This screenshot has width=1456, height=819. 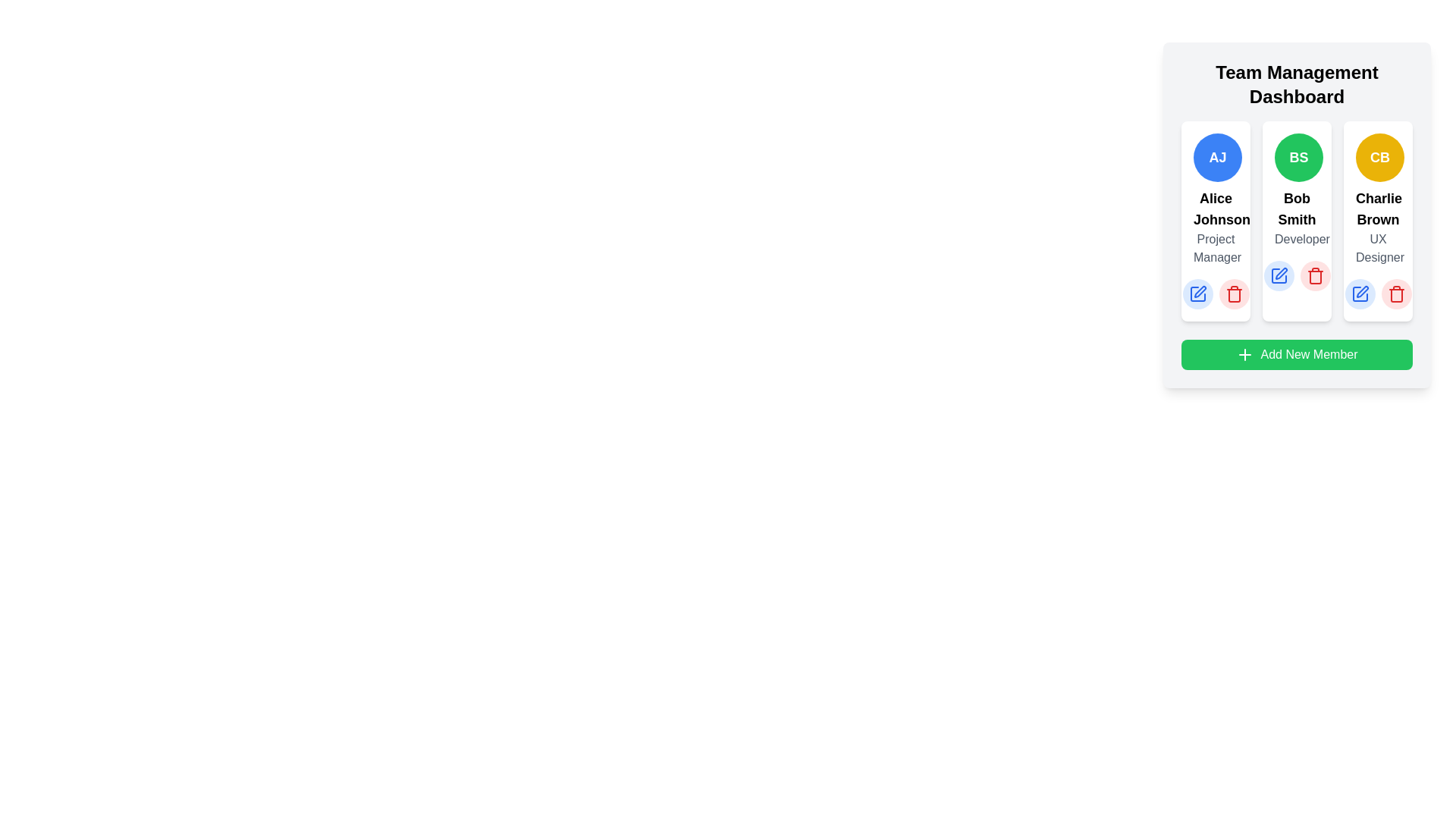 I want to click on the edit icon button resembling a pen, which is the third edit icon under the profile labeled 'Charlie Brown UX Designer', so click(x=1360, y=294).